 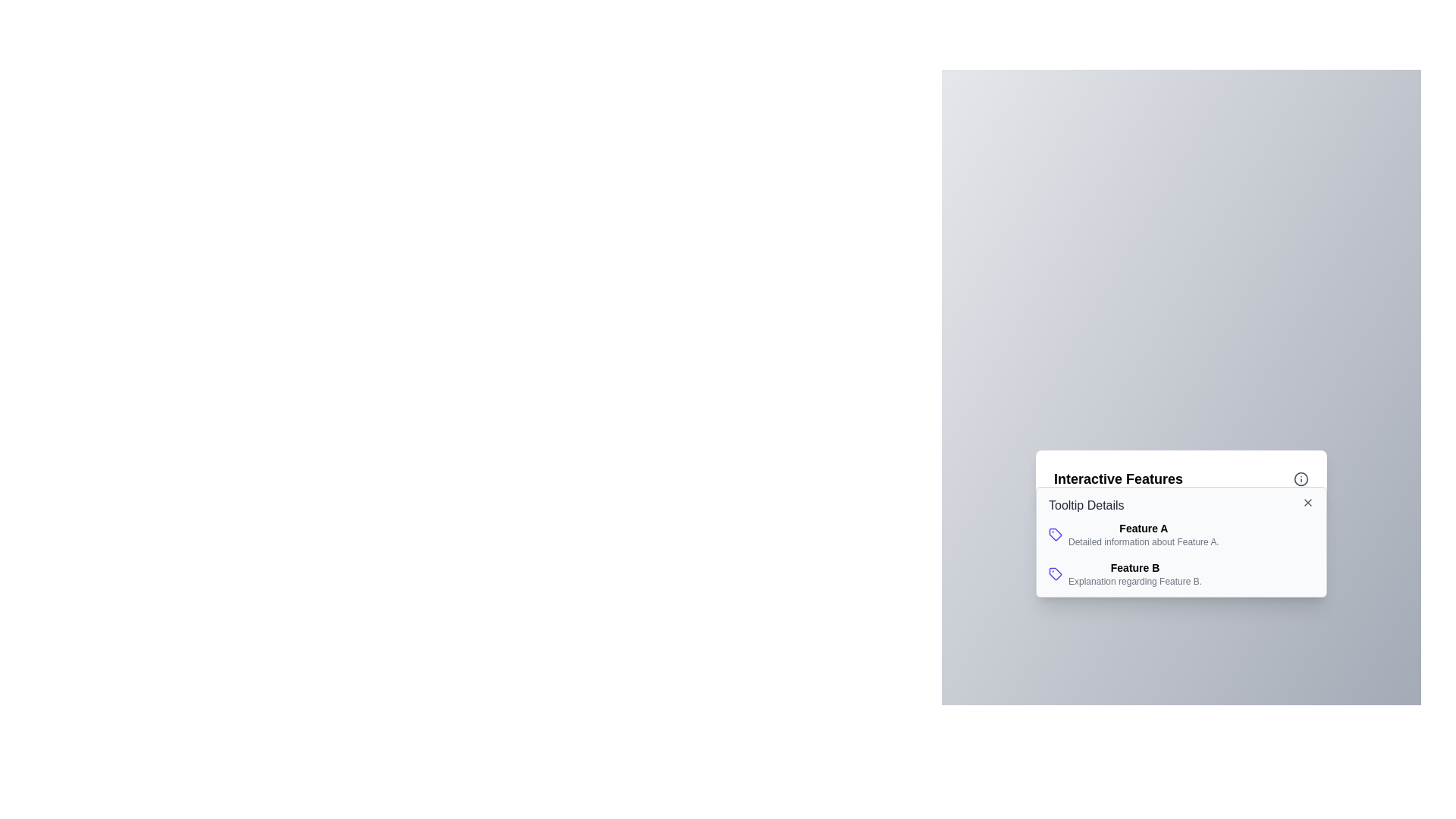 What do you see at coordinates (1144, 528) in the screenshot?
I see `the Text Label that serves as a header for 'Feature A' in the tooltip window, located under 'Tooltip Details'` at bounding box center [1144, 528].